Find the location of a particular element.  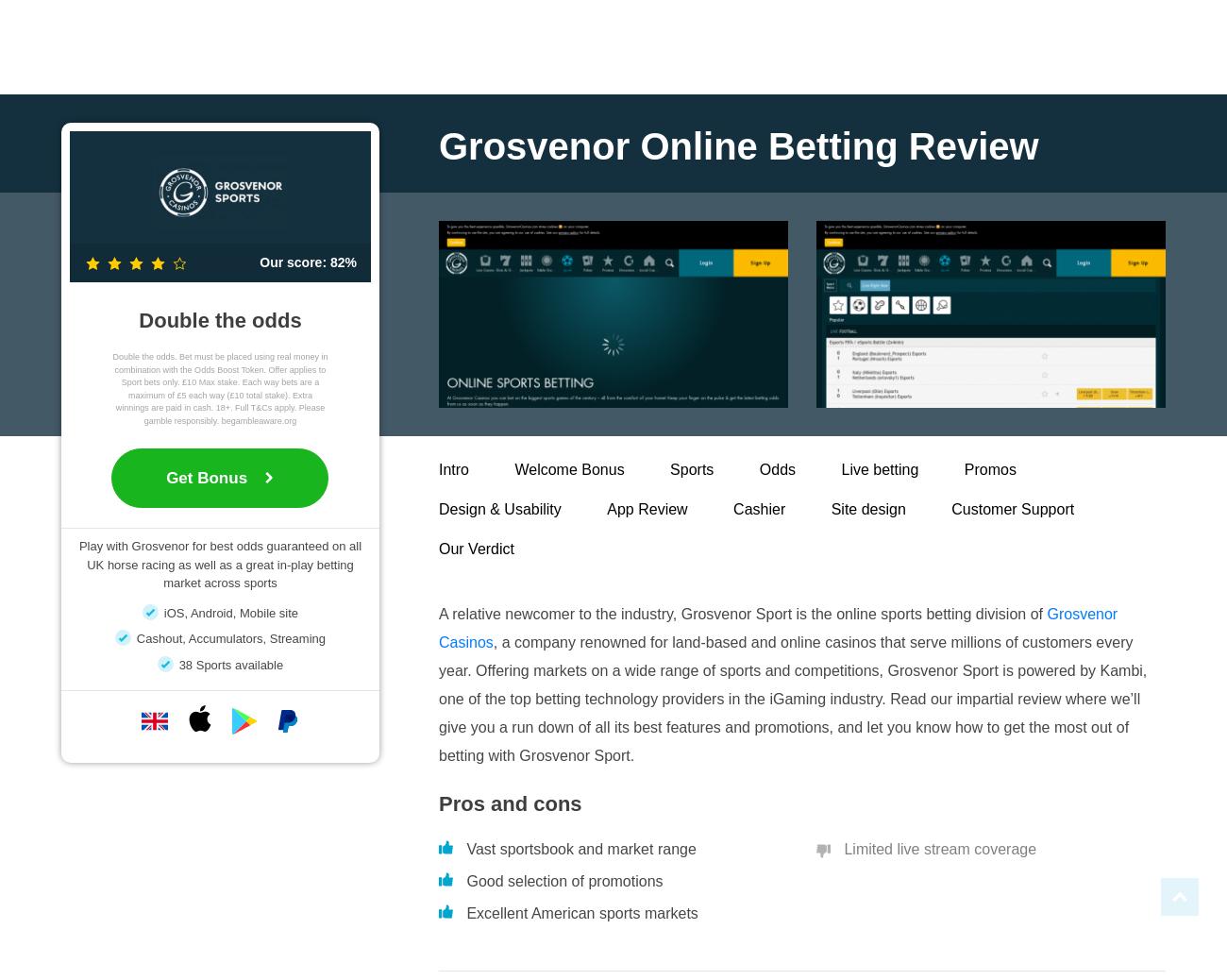

'82%' is located at coordinates (341, 262).